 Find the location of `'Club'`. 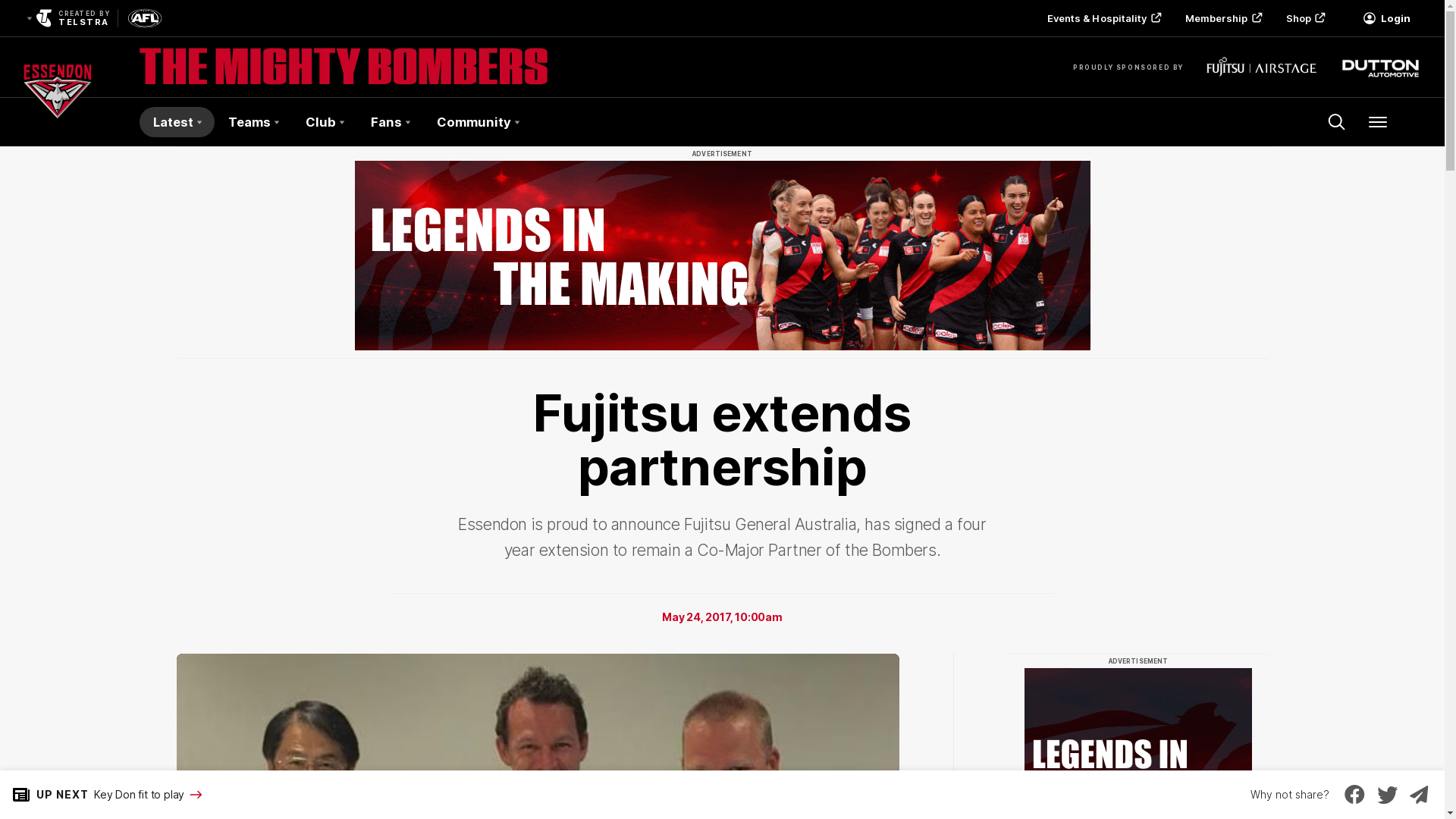

'Club' is located at coordinates (323, 121).